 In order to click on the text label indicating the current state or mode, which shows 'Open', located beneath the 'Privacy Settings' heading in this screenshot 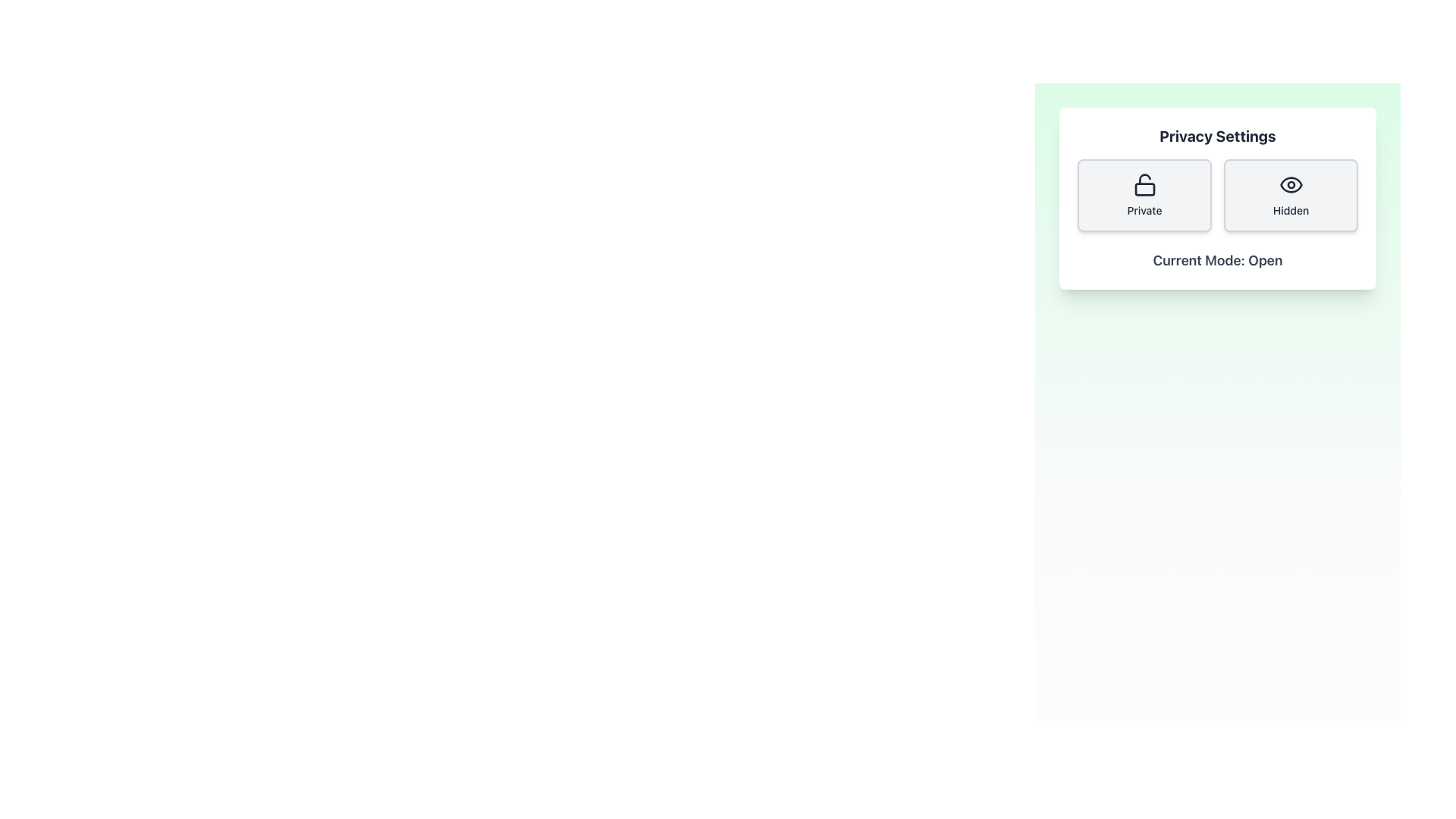, I will do `click(1218, 259)`.